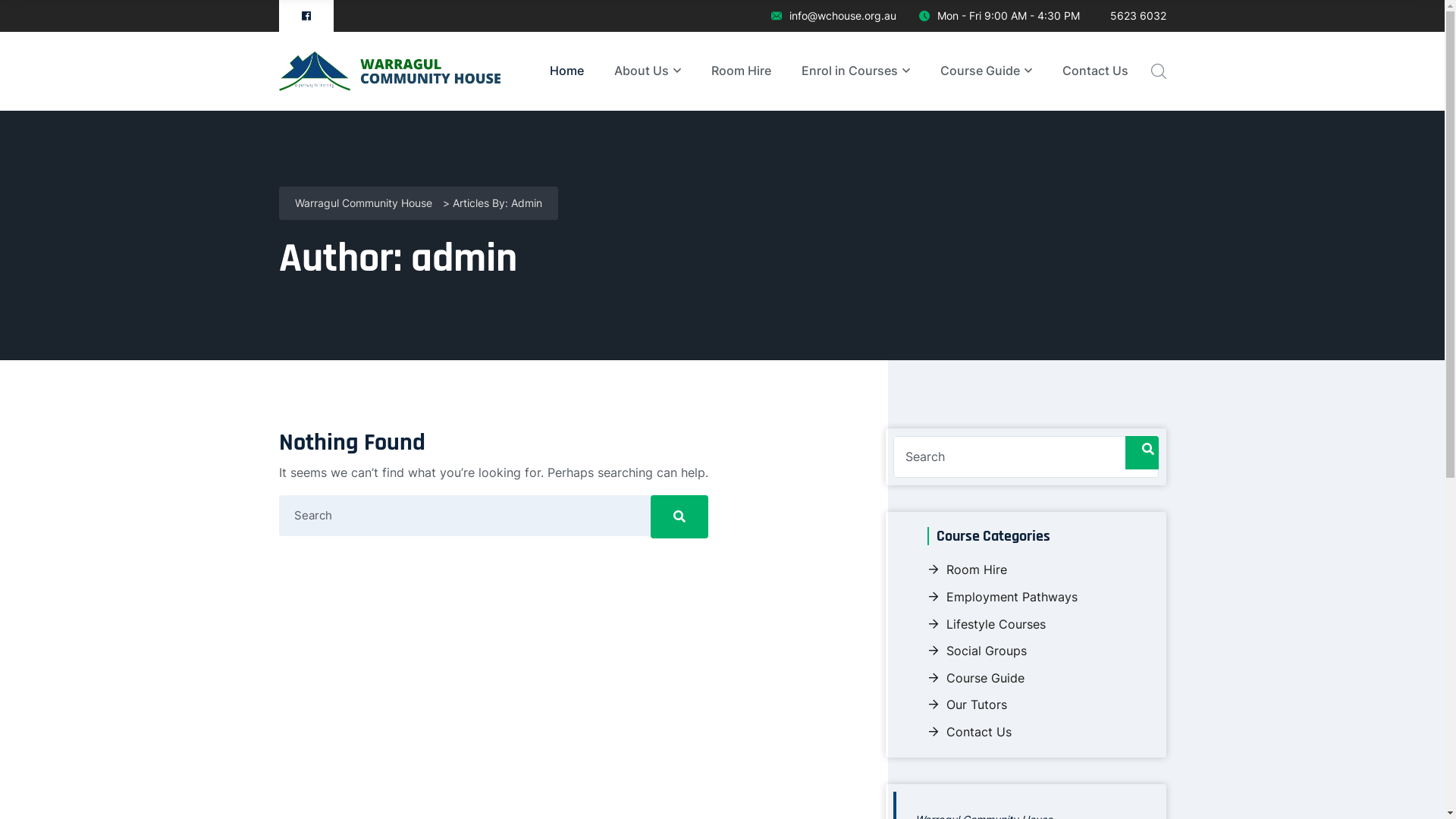 The height and width of the screenshot is (819, 1456). I want to click on 'About Us', so click(648, 71).